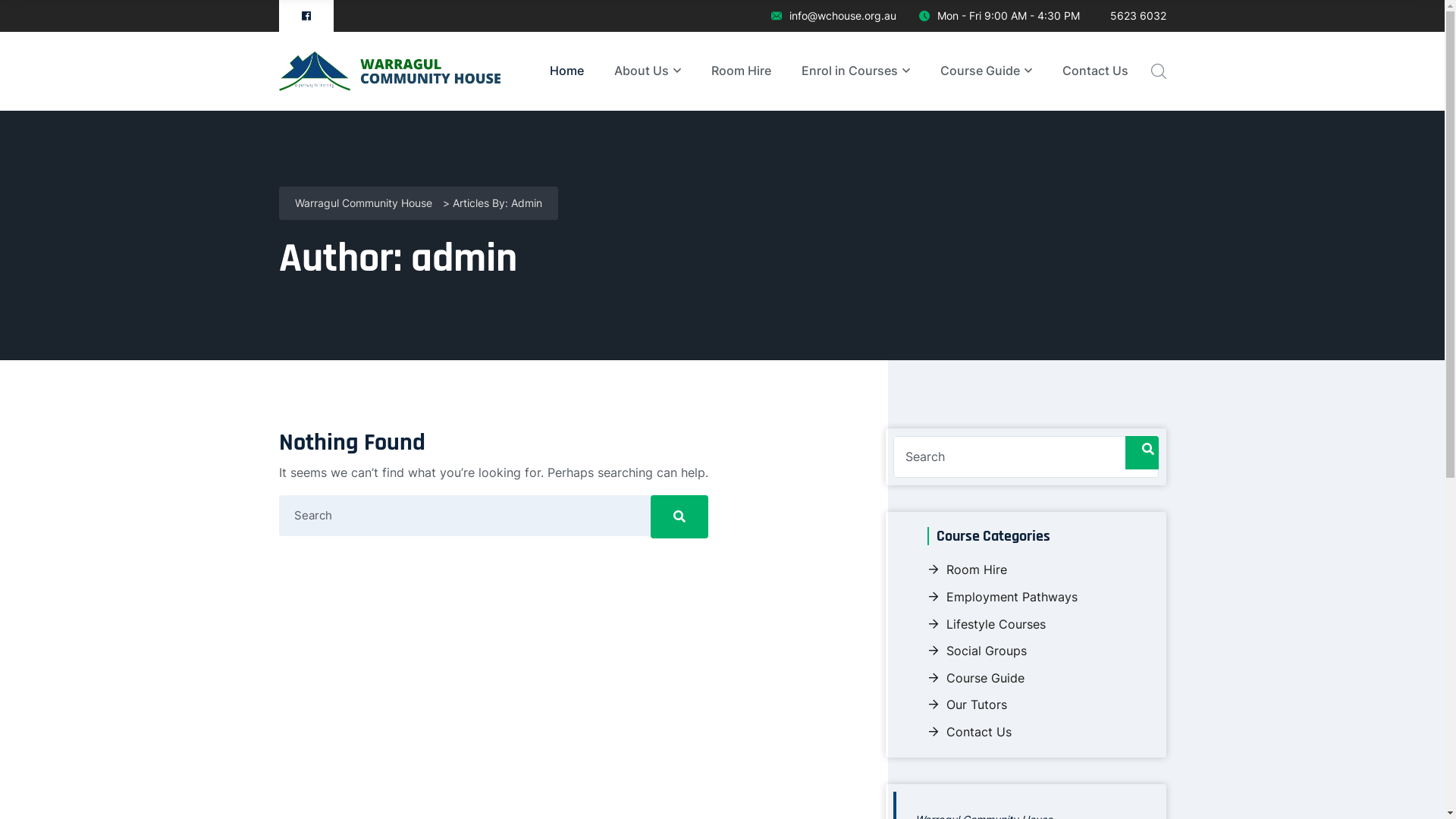 The height and width of the screenshot is (819, 1456). I want to click on 'About Us', so click(648, 71).